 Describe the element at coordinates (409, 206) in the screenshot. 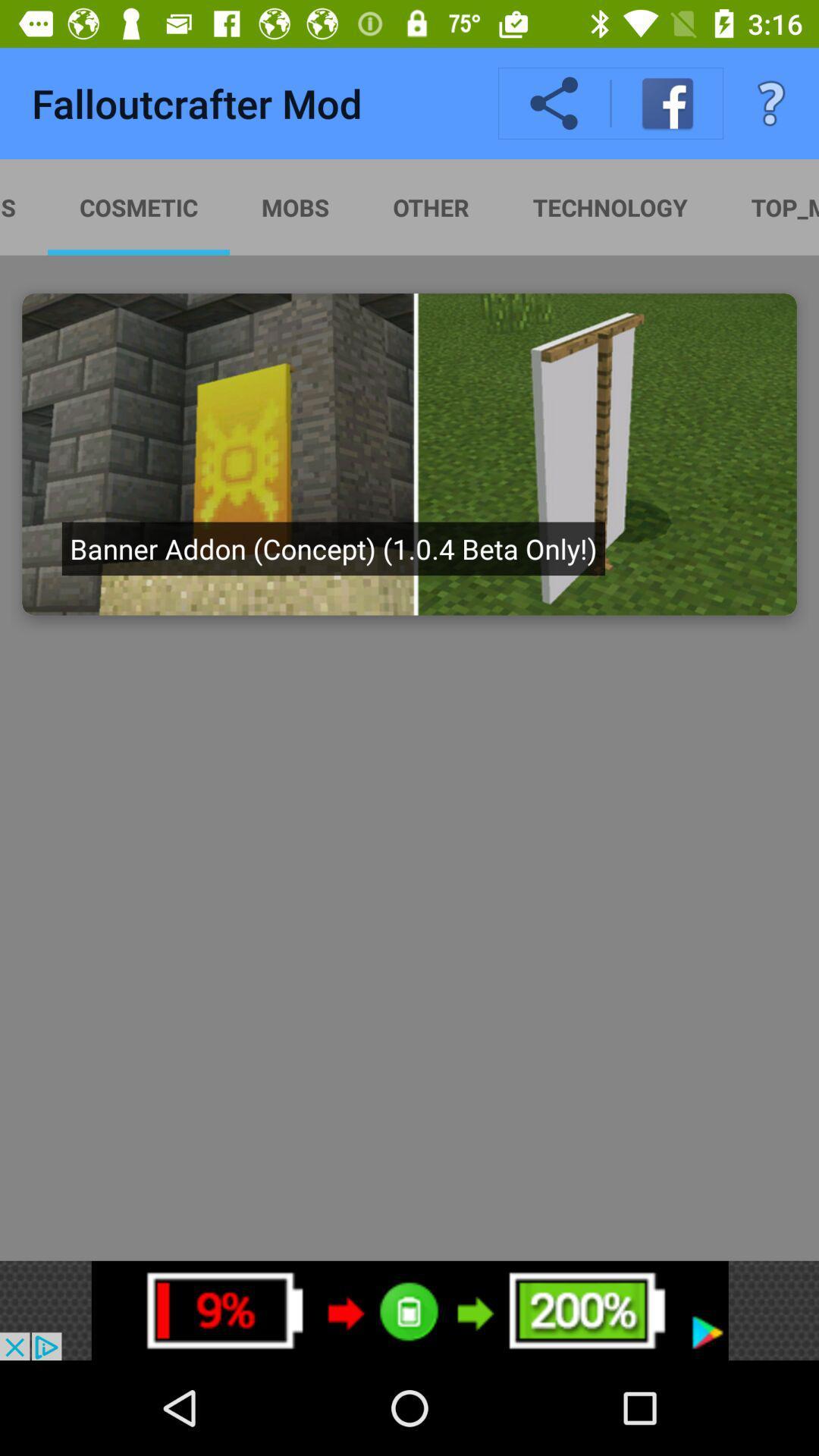

I see `the option to the left of the option mobs` at that location.